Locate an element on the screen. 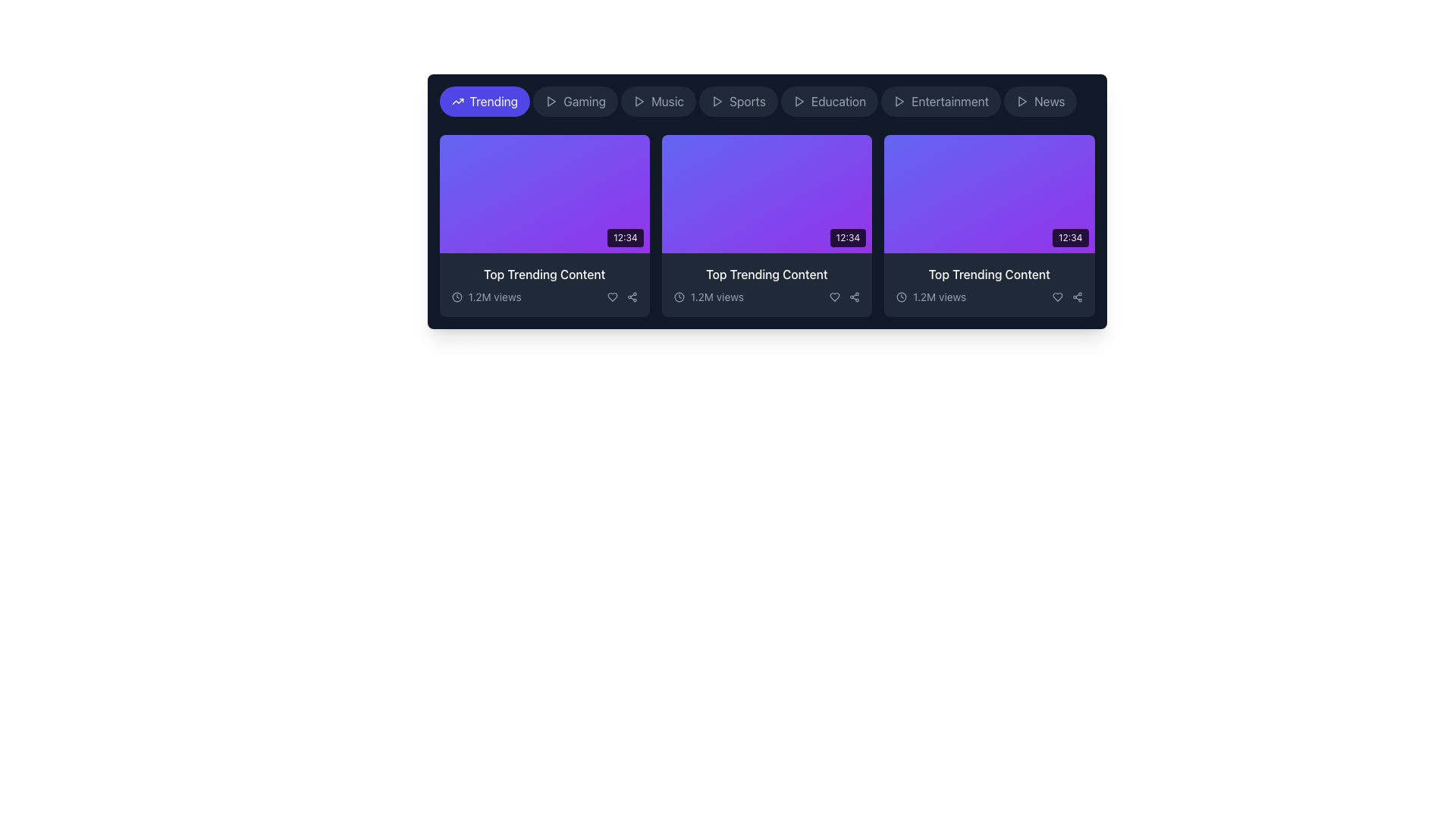  the 'Education' Text Label in the navigation bar is located at coordinates (838, 102).